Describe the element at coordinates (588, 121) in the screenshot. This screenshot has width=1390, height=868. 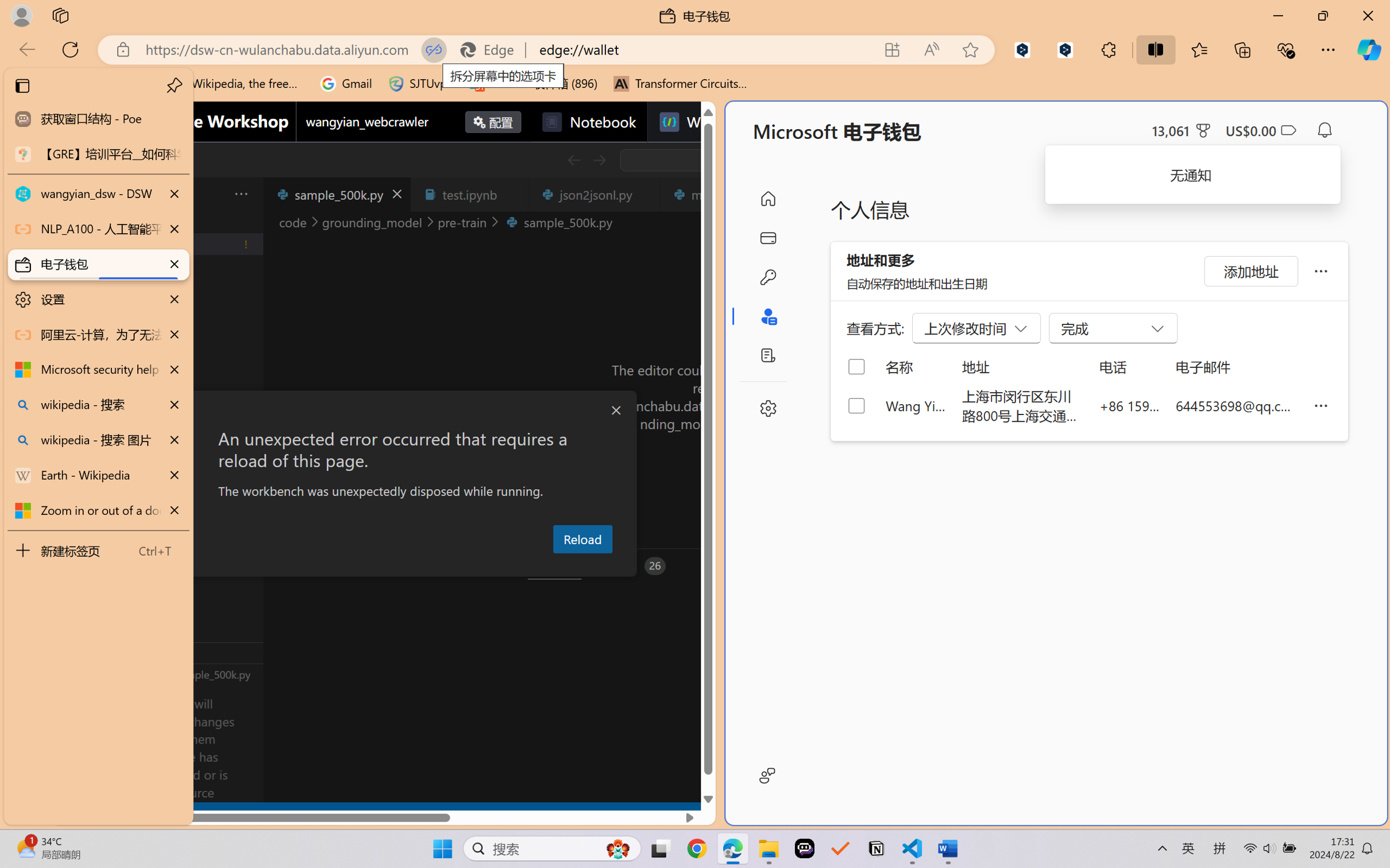
I see `'Notebook'` at that location.